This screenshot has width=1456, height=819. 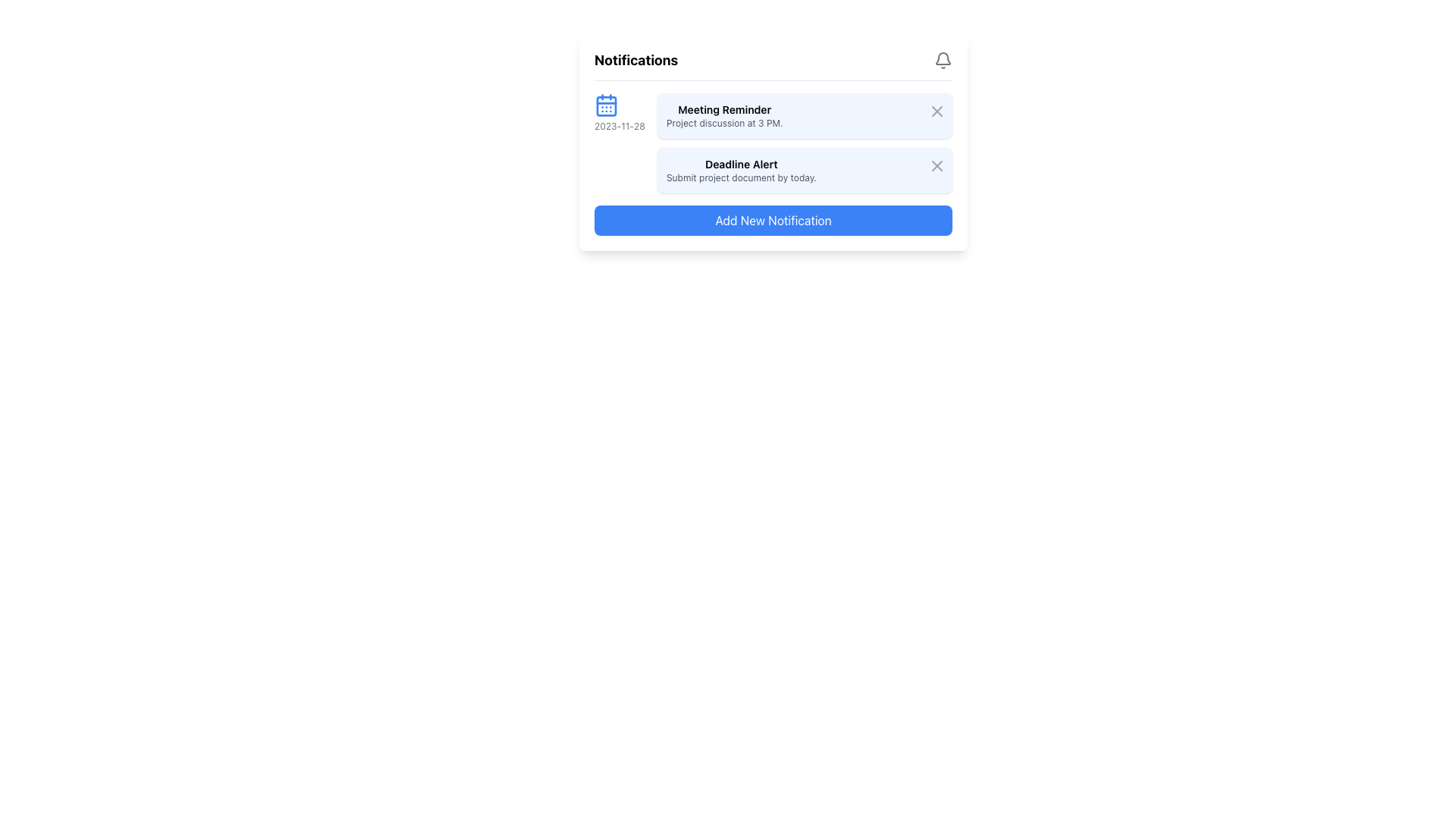 What do you see at coordinates (620, 125) in the screenshot?
I see `the static text displaying the date '2023-11-28'` at bounding box center [620, 125].